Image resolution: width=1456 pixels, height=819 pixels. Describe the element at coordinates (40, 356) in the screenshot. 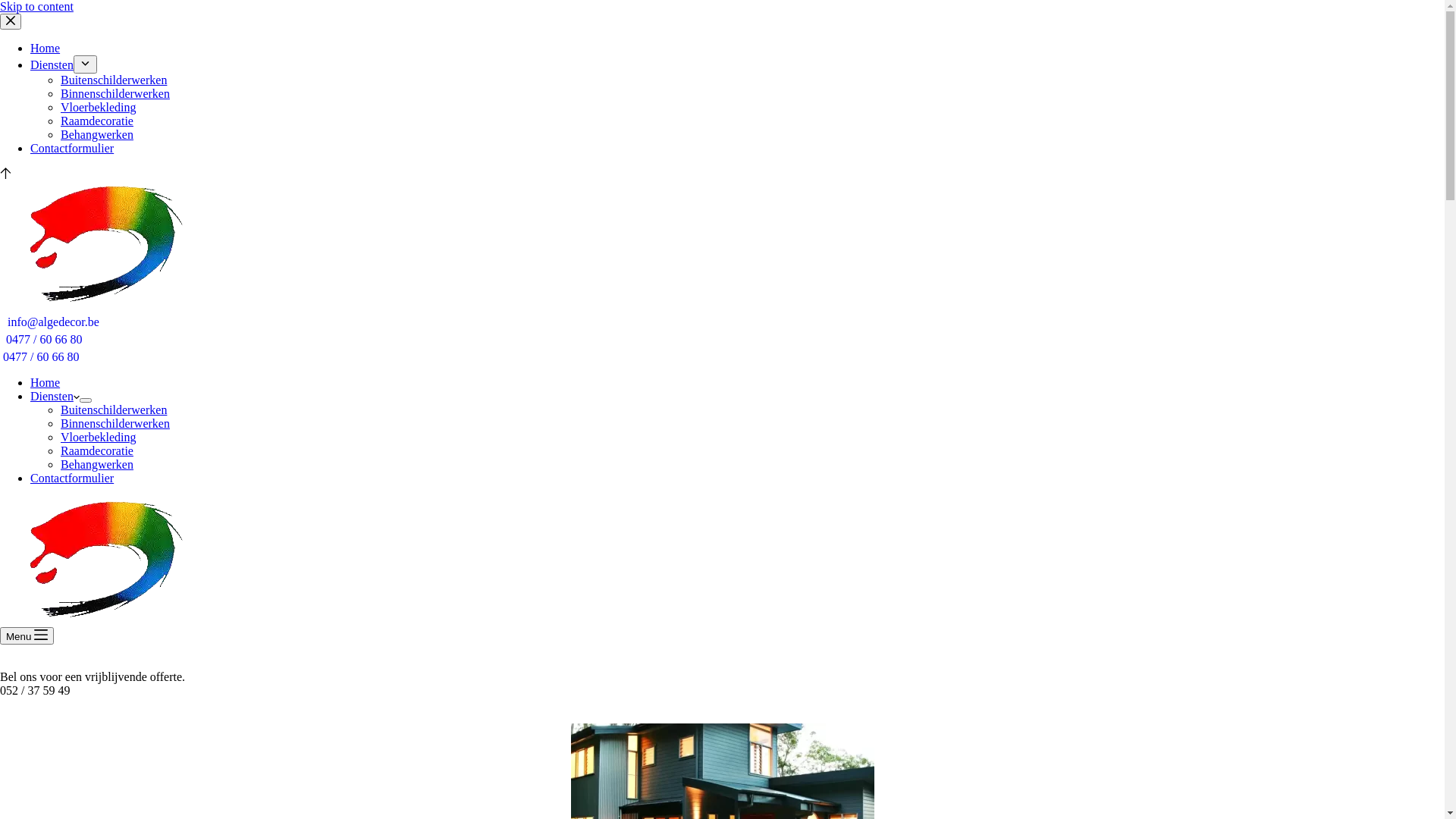

I see `'0477 / 60 66 80'` at that location.